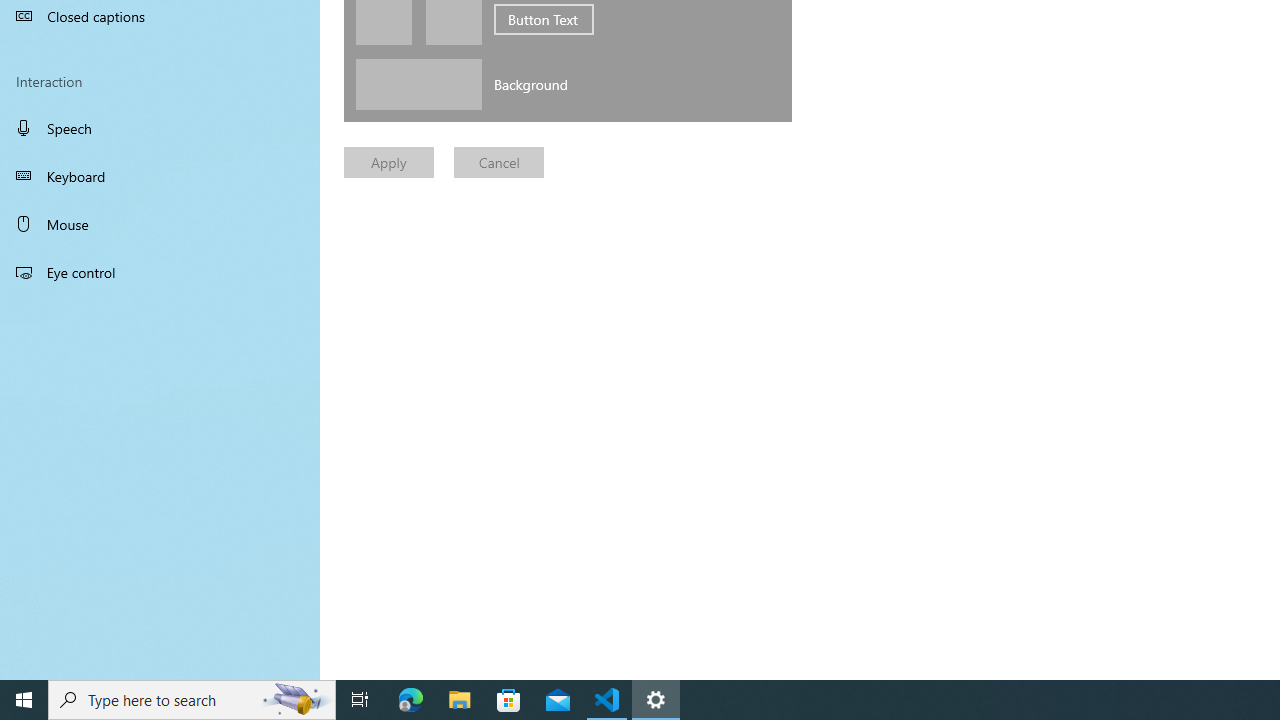 The width and height of the screenshot is (1280, 720). What do you see at coordinates (160, 271) in the screenshot?
I see `'Eye control'` at bounding box center [160, 271].